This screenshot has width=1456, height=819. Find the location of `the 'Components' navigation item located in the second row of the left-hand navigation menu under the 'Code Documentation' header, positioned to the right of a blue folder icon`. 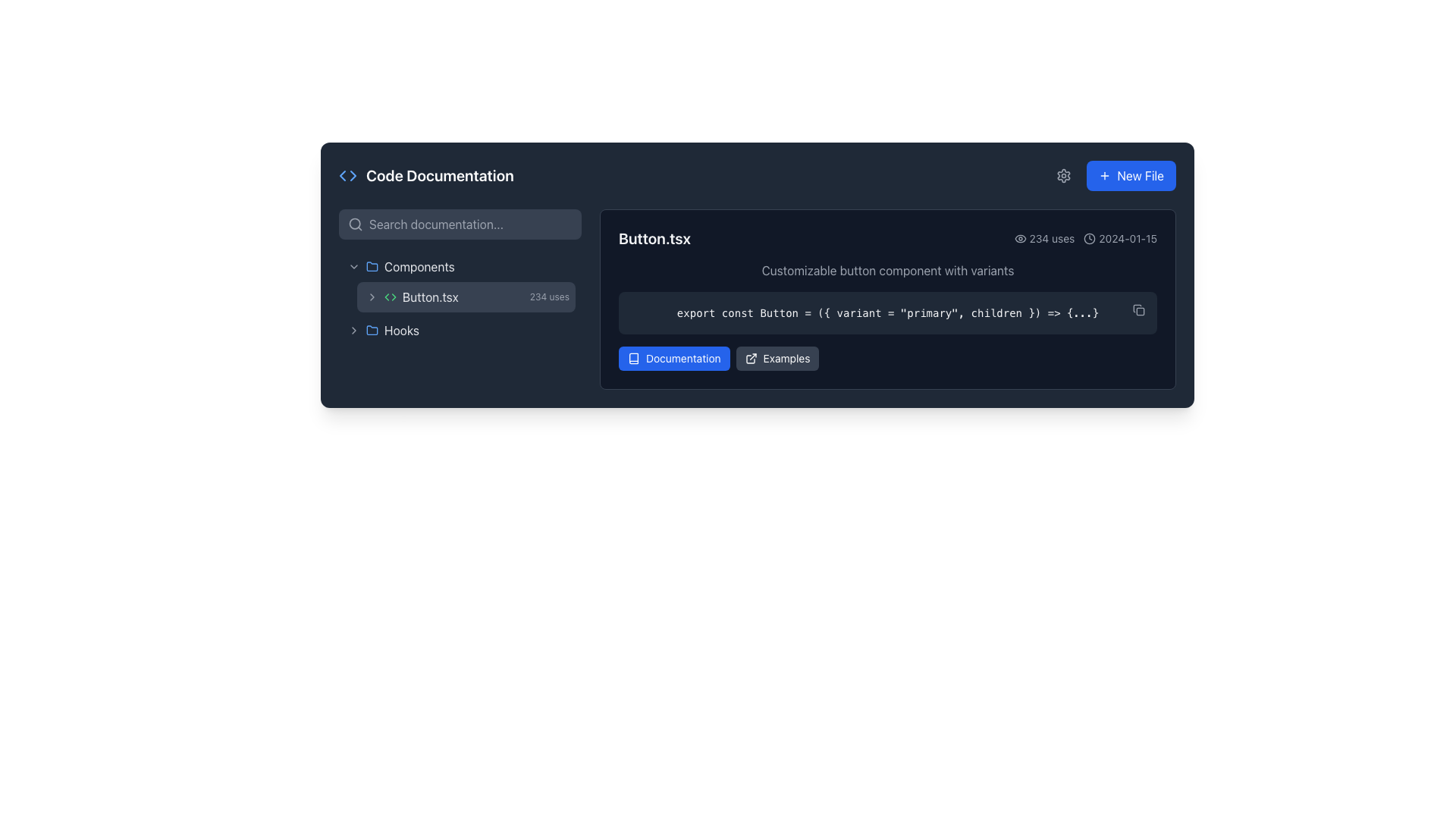

the 'Components' navigation item located in the second row of the left-hand navigation menu under the 'Code Documentation' header, positioned to the right of a blue folder icon is located at coordinates (419, 265).